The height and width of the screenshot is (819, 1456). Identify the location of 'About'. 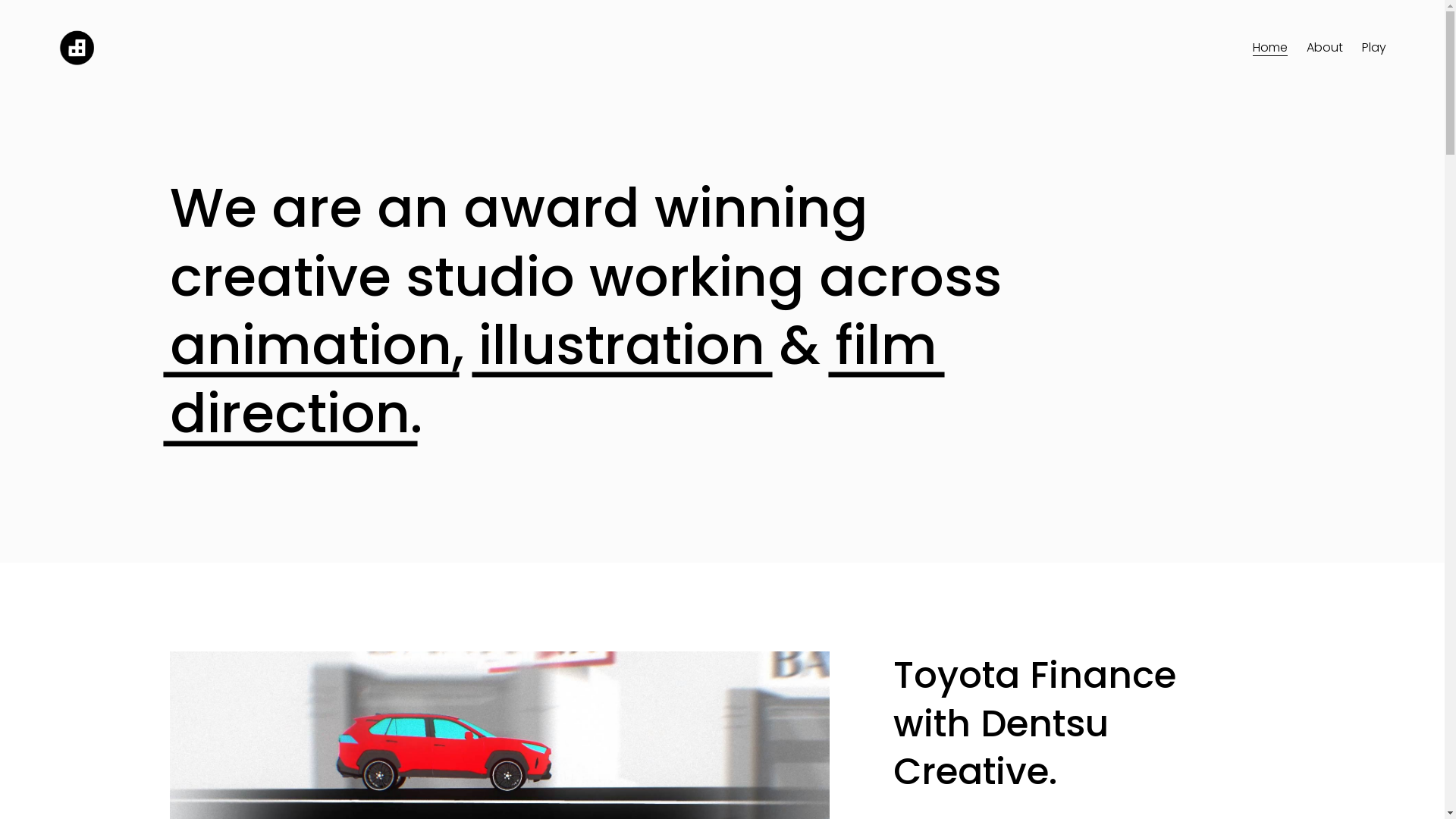
(1306, 48).